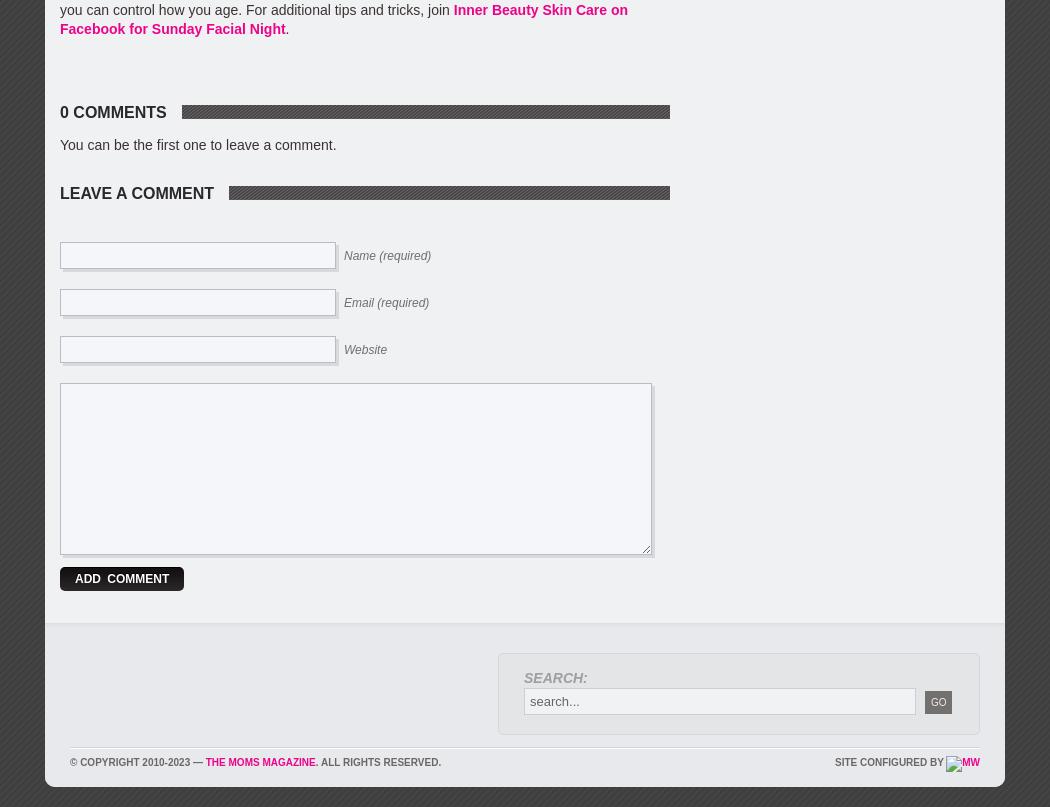 The width and height of the screenshot is (1050, 807). I want to click on 'Email  (required)', so click(386, 300).